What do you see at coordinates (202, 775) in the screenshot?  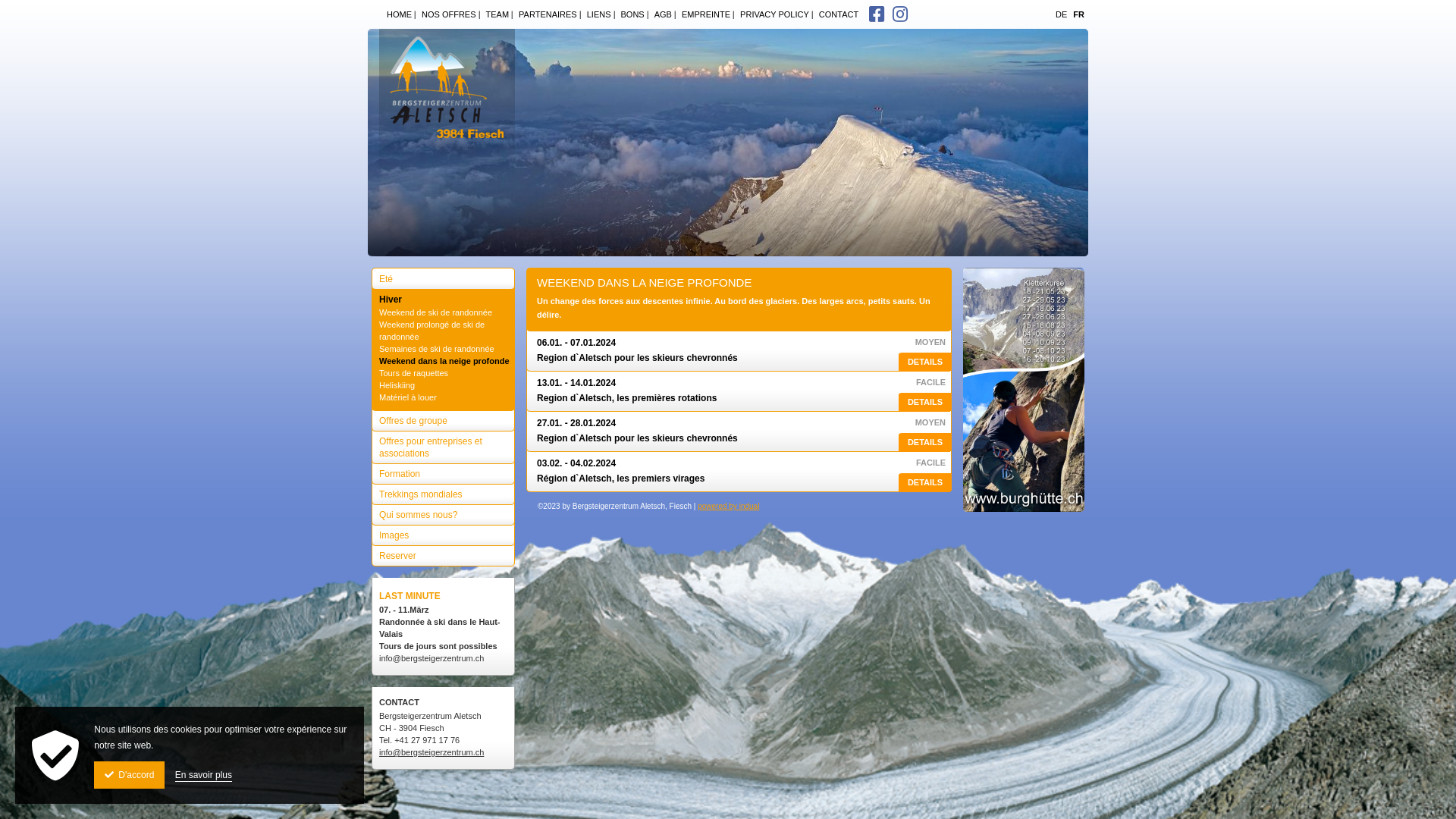 I see `'En savoir plus'` at bounding box center [202, 775].